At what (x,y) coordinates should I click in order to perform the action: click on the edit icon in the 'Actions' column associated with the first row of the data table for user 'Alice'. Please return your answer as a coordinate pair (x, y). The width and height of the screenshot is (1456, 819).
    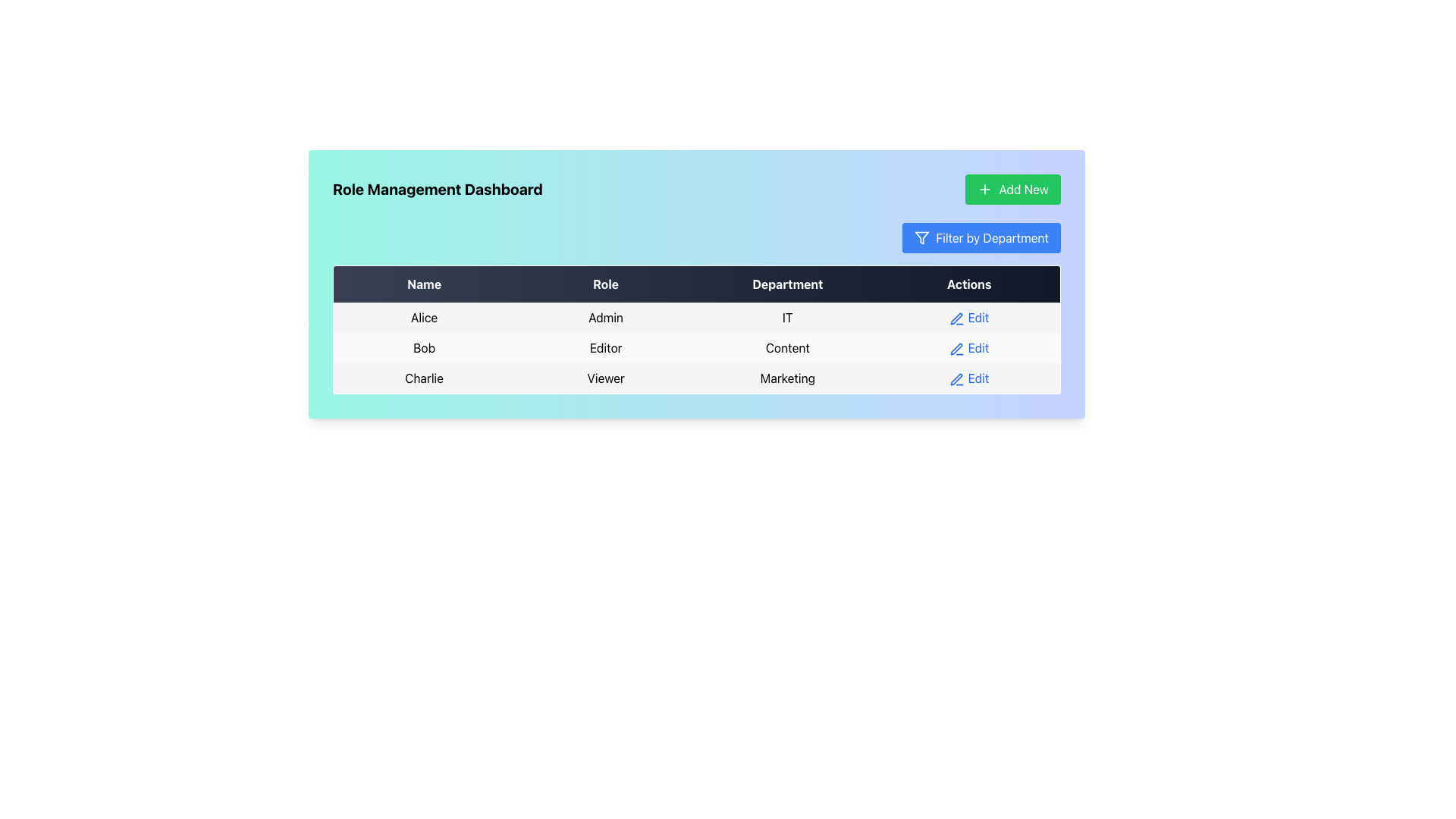
    Looking at the image, I should click on (956, 318).